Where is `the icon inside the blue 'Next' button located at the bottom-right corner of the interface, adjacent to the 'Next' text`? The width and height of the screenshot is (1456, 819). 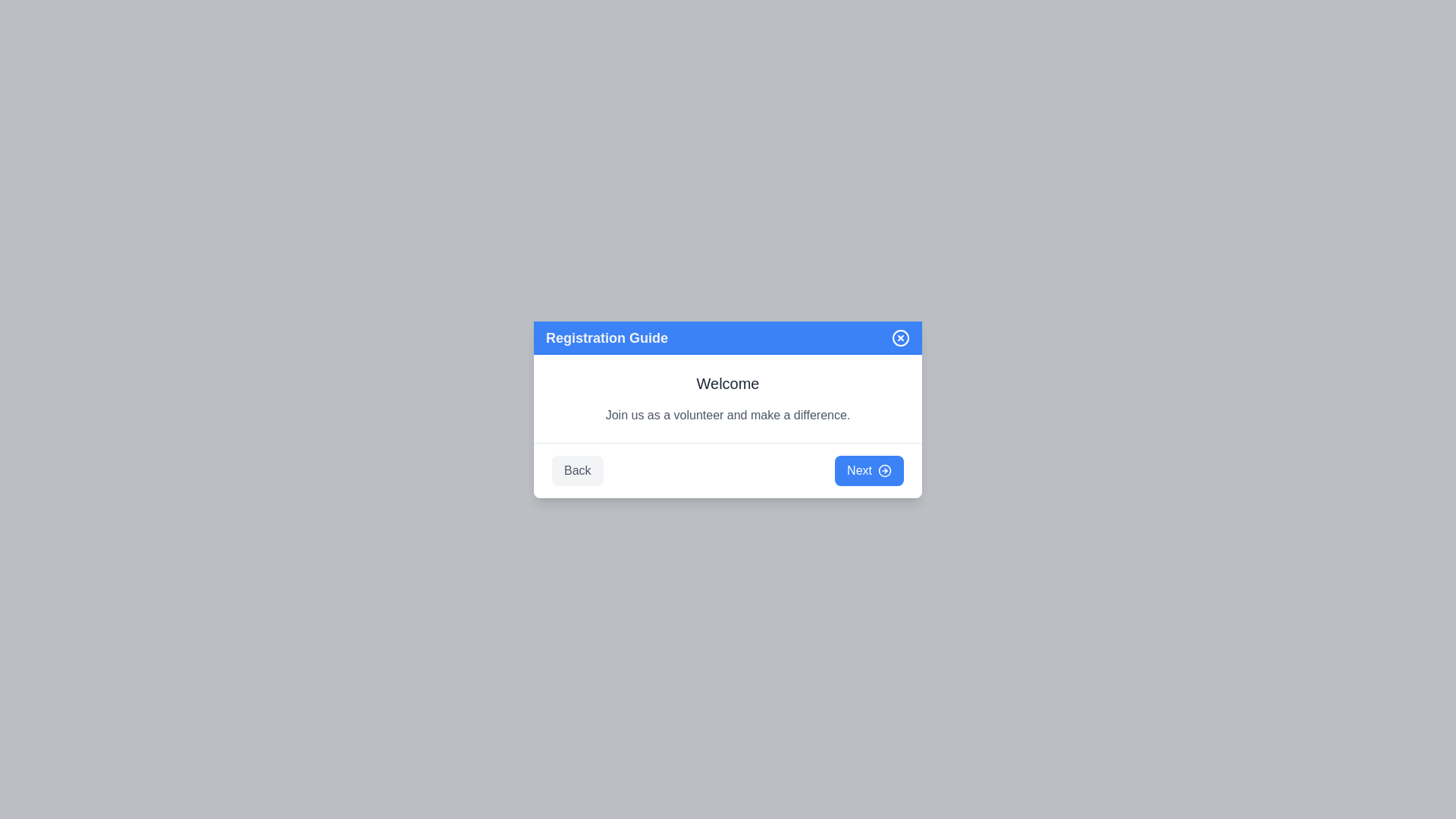
the icon inside the blue 'Next' button located at the bottom-right corner of the interface, adjacent to the 'Next' text is located at coordinates (884, 470).